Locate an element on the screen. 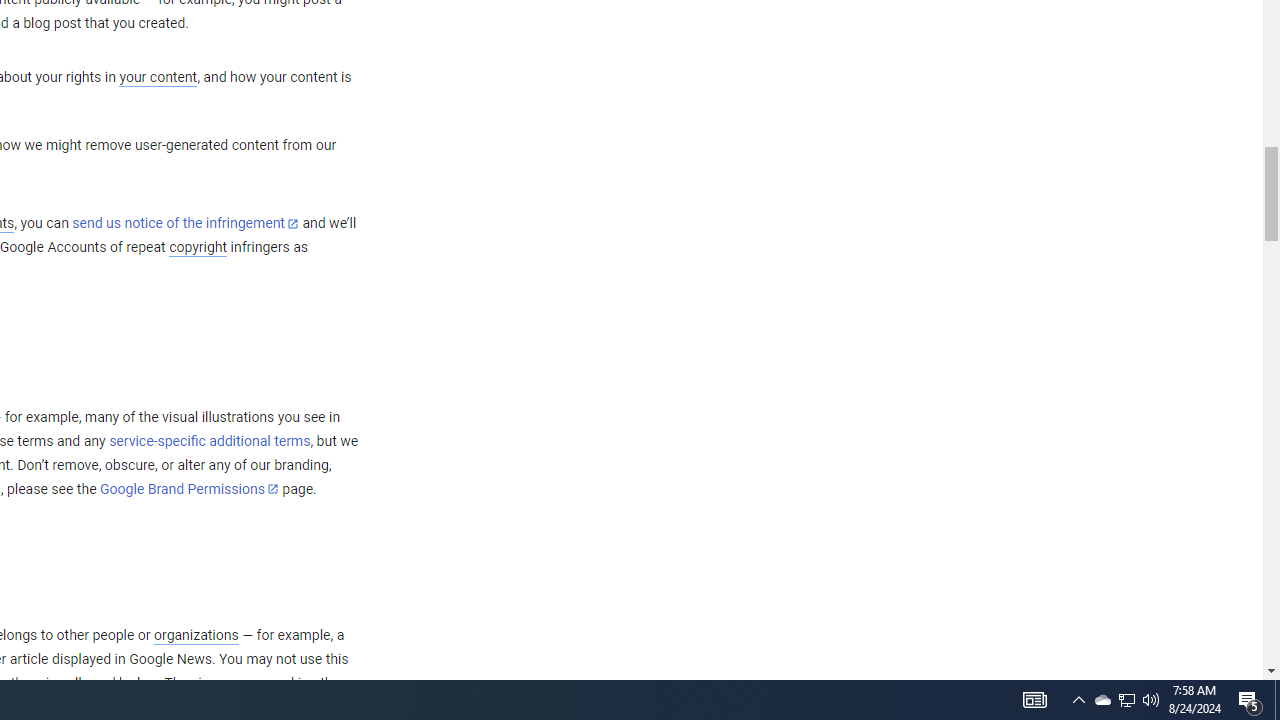 The width and height of the screenshot is (1280, 720). 'Google Brand Permissions' is located at coordinates (189, 489).